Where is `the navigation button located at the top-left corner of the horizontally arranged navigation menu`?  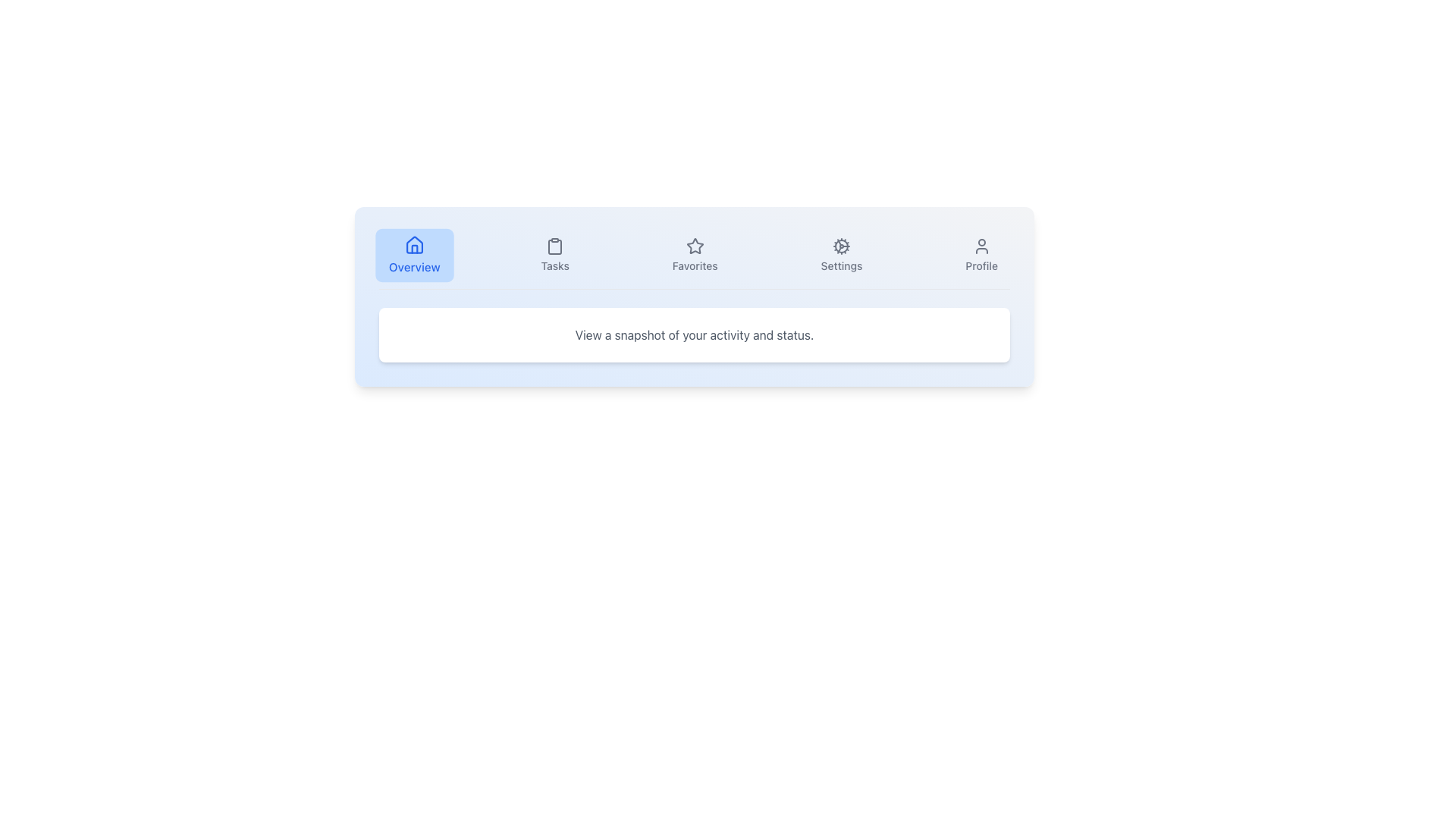
the navigation button located at the top-left corner of the horizontally arranged navigation menu is located at coordinates (414, 254).